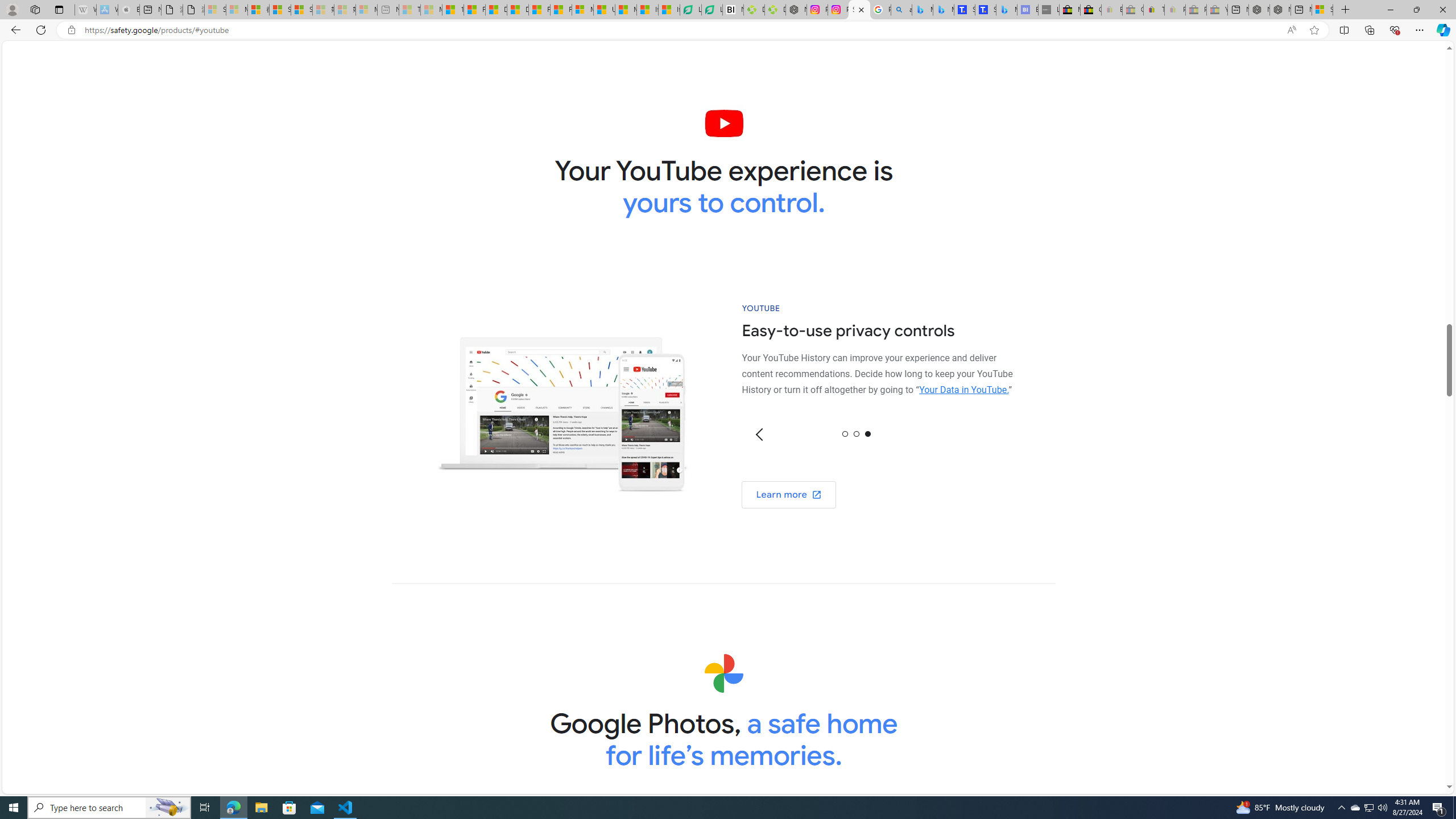  I want to click on 'Payments Terms of Use | eBay.com - Sleeping', so click(1174, 9).